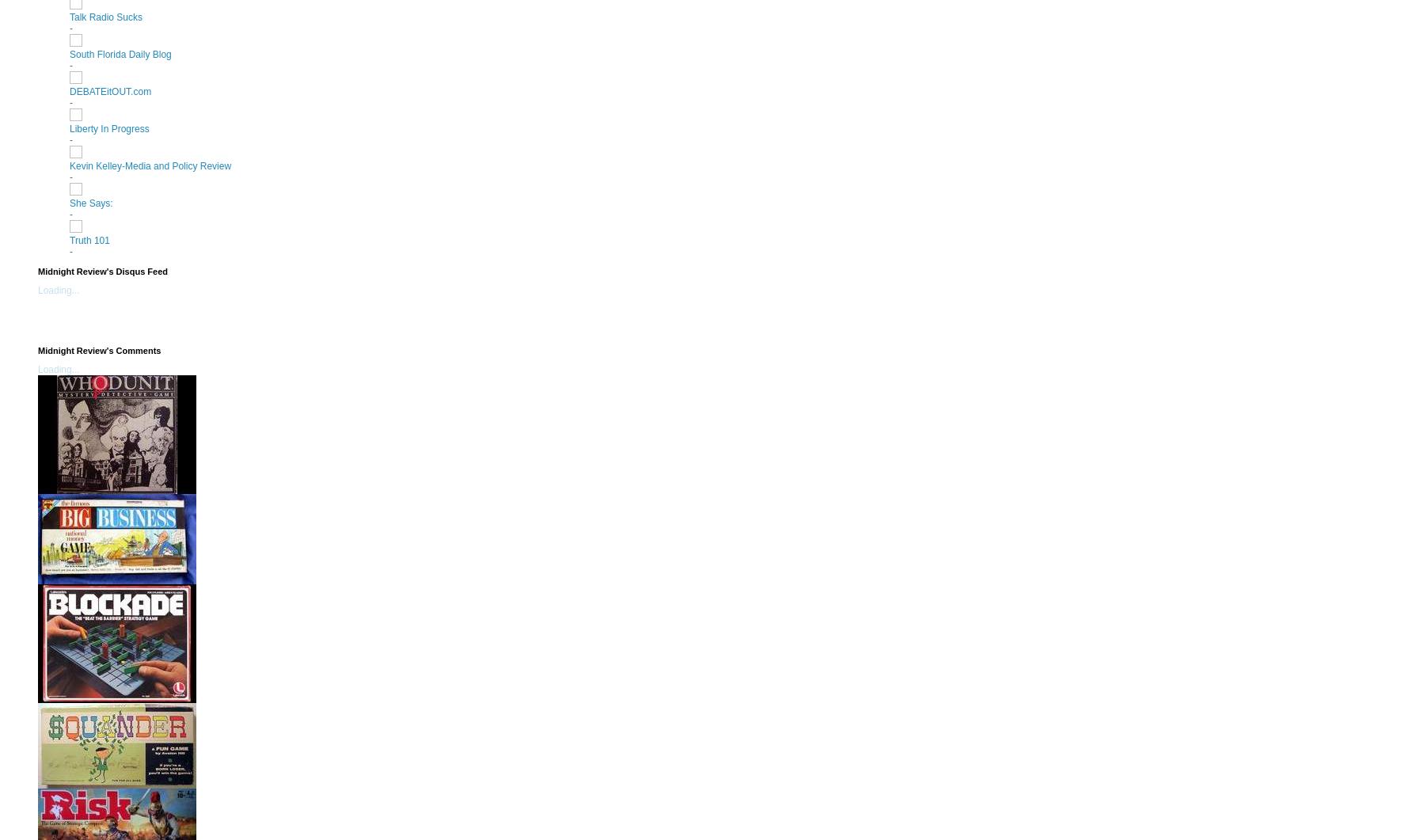  I want to click on 'Midnight Review's Comments', so click(99, 350).